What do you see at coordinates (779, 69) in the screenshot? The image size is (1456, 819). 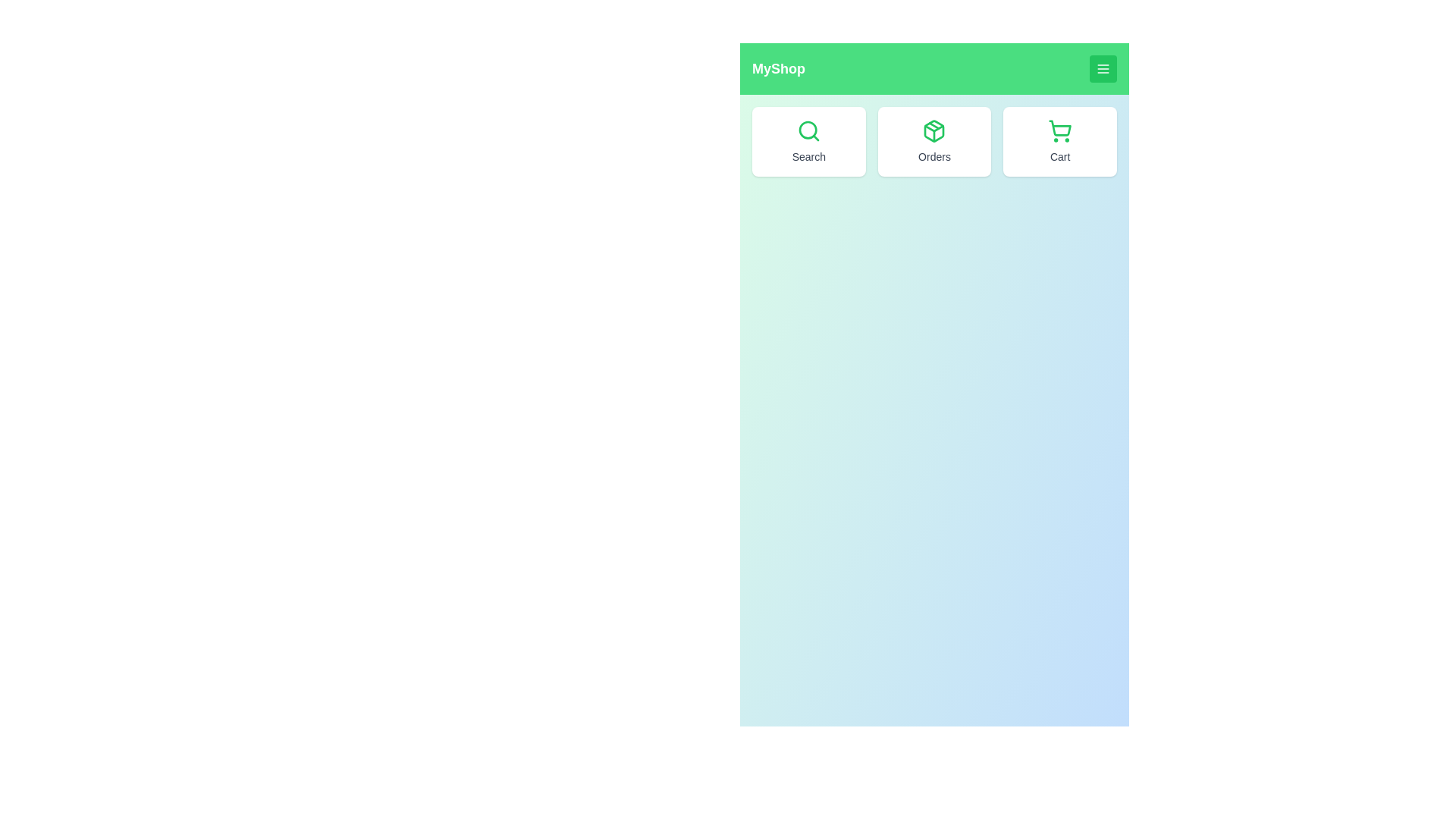 I see `the header title 'MyShop' to highlight it` at bounding box center [779, 69].